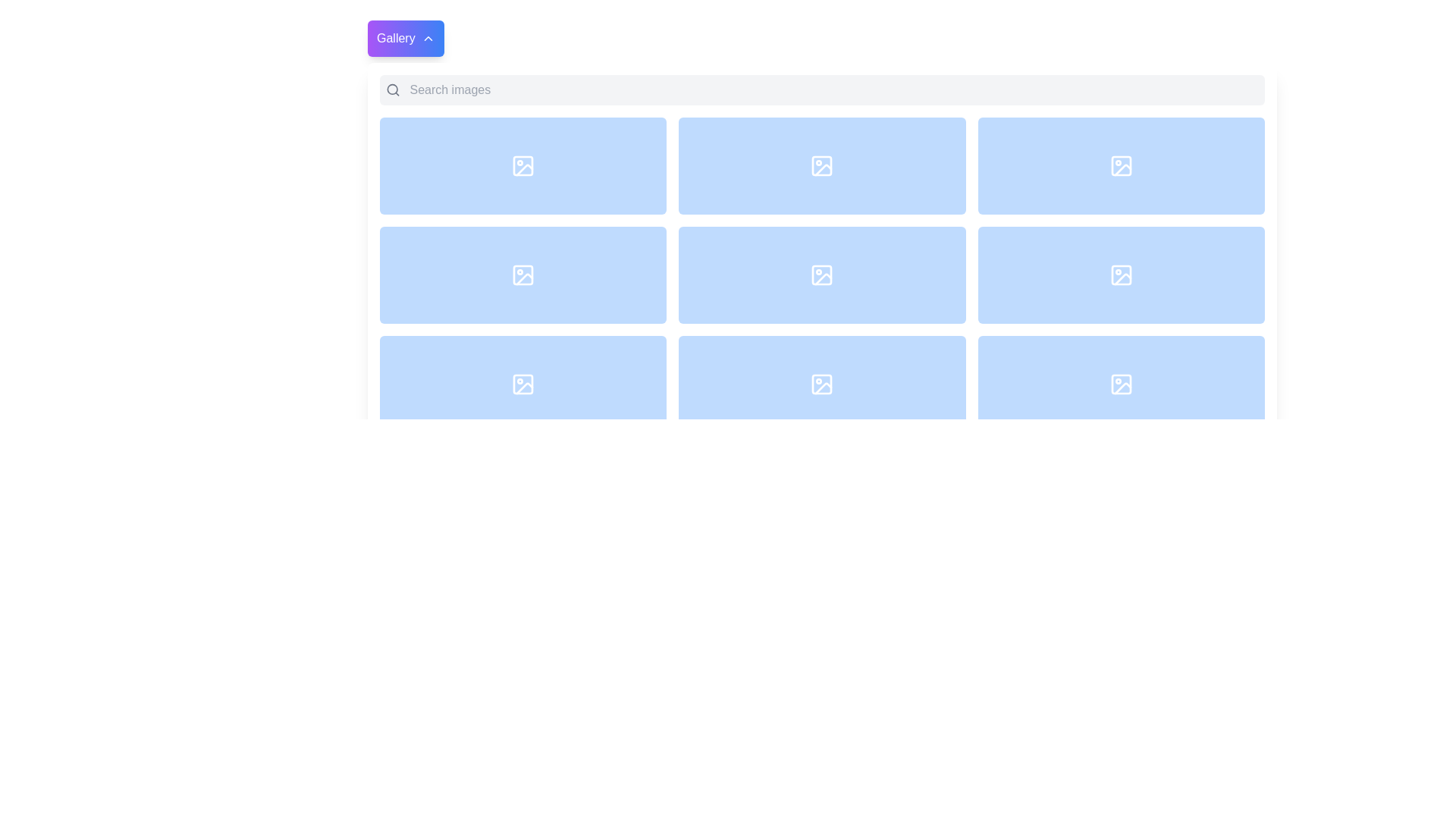 The width and height of the screenshot is (1456, 819). What do you see at coordinates (1121, 383) in the screenshot?
I see `decorative segment of the icon located within the bottom-right quadrant of an image placeholder in a gallery layout for debugging purposes` at bounding box center [1121, 383].